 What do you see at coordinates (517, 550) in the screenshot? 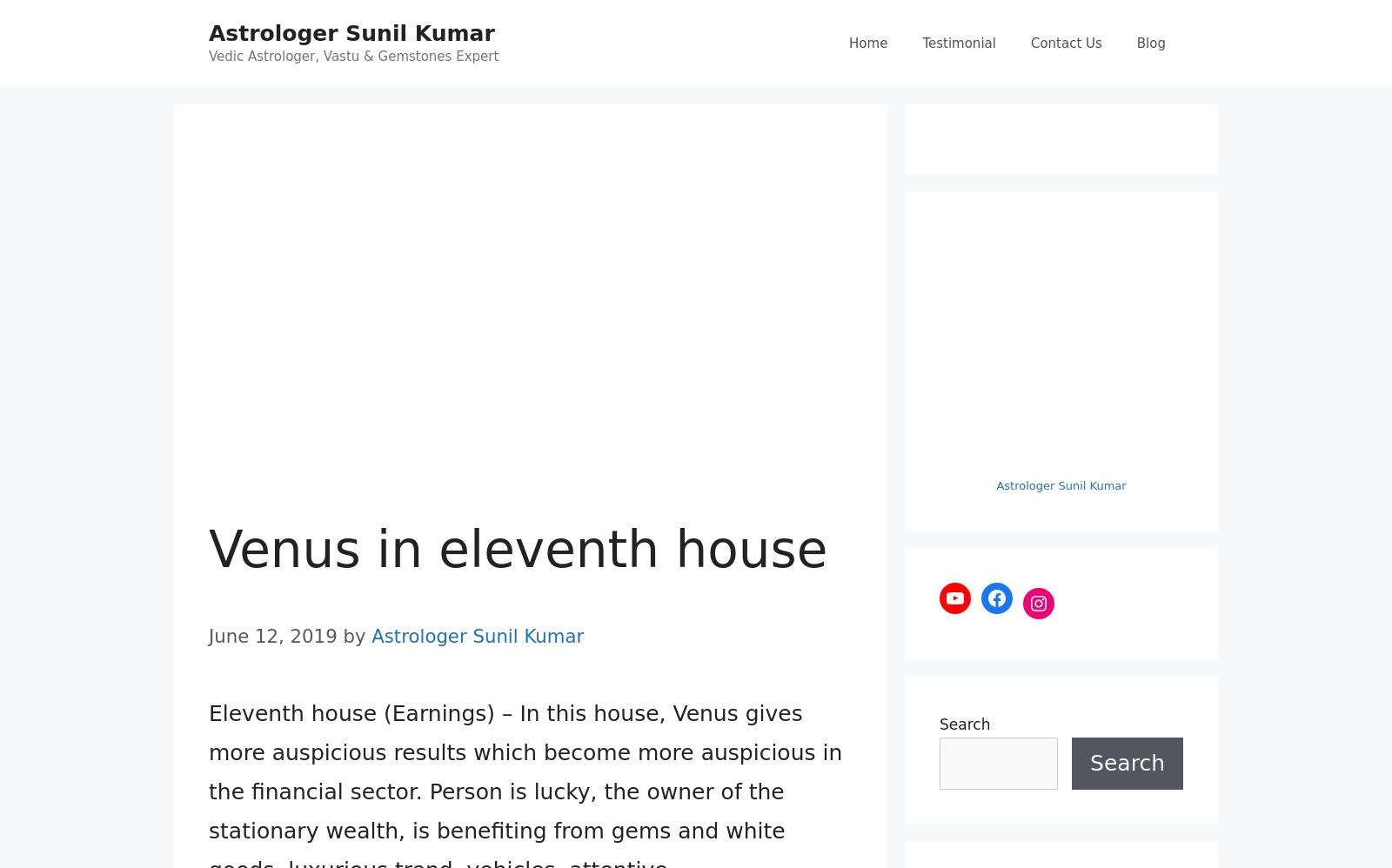
I see `'Venus in eleventh house'` at bounding box center [517, 550].